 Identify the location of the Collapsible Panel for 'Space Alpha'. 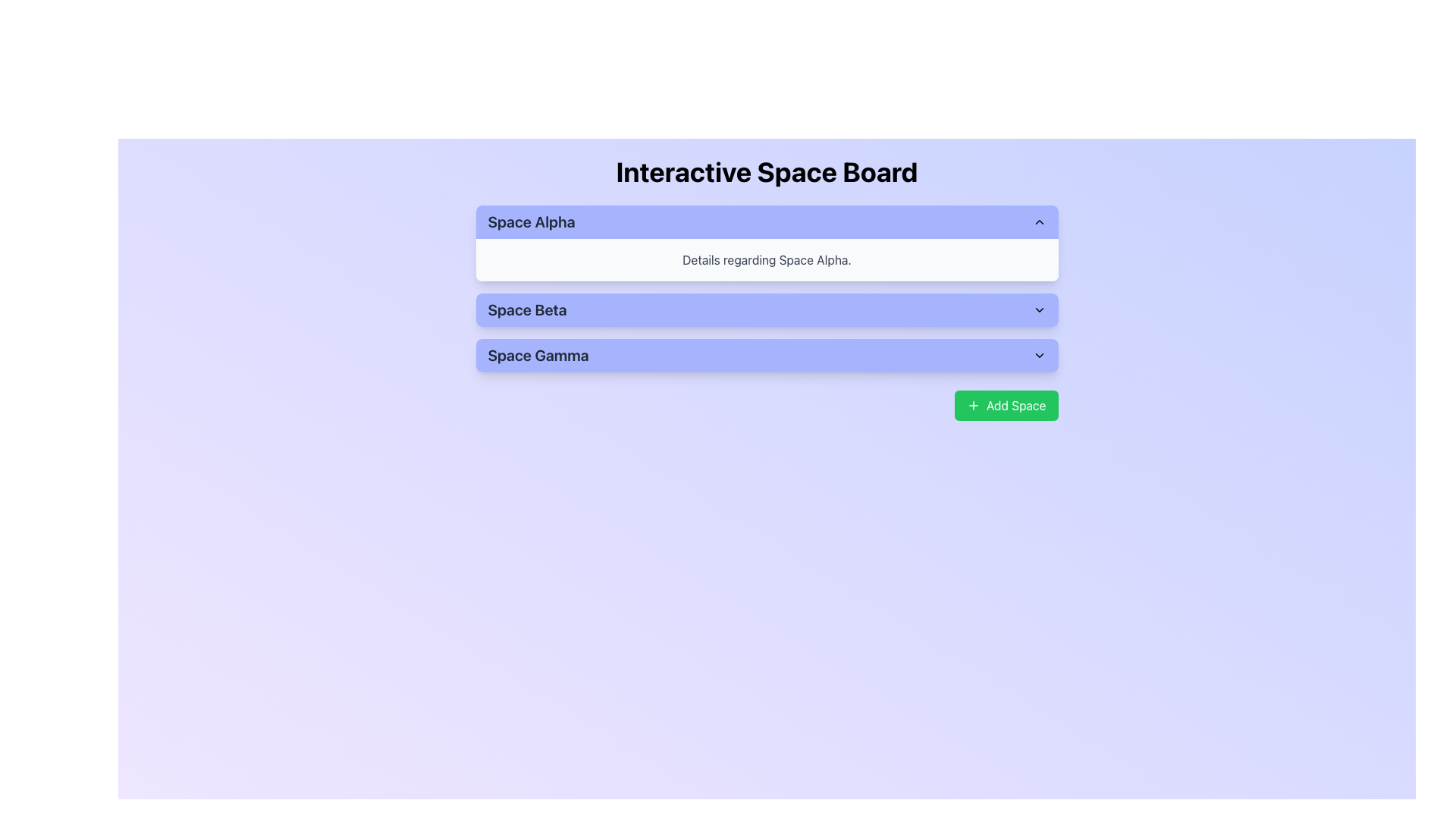
(767, 289).